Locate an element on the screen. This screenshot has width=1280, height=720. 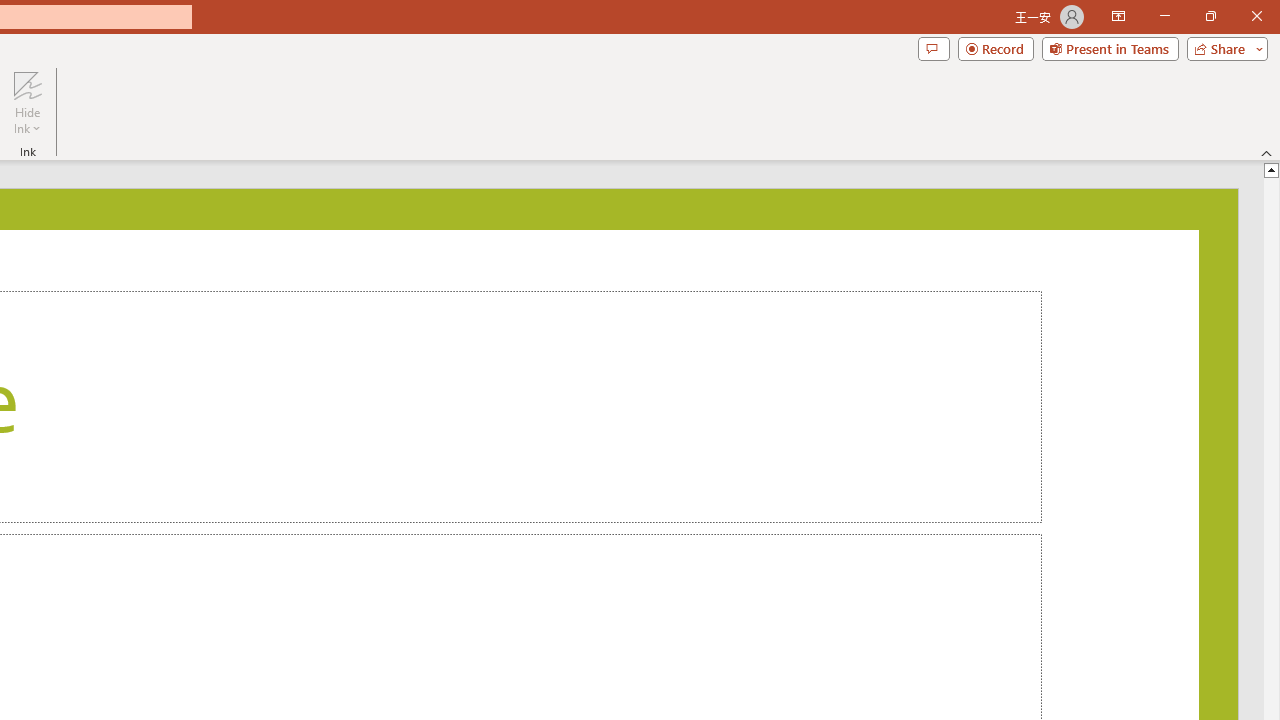
'Hide Ink' is located at coordinates (27, 84).